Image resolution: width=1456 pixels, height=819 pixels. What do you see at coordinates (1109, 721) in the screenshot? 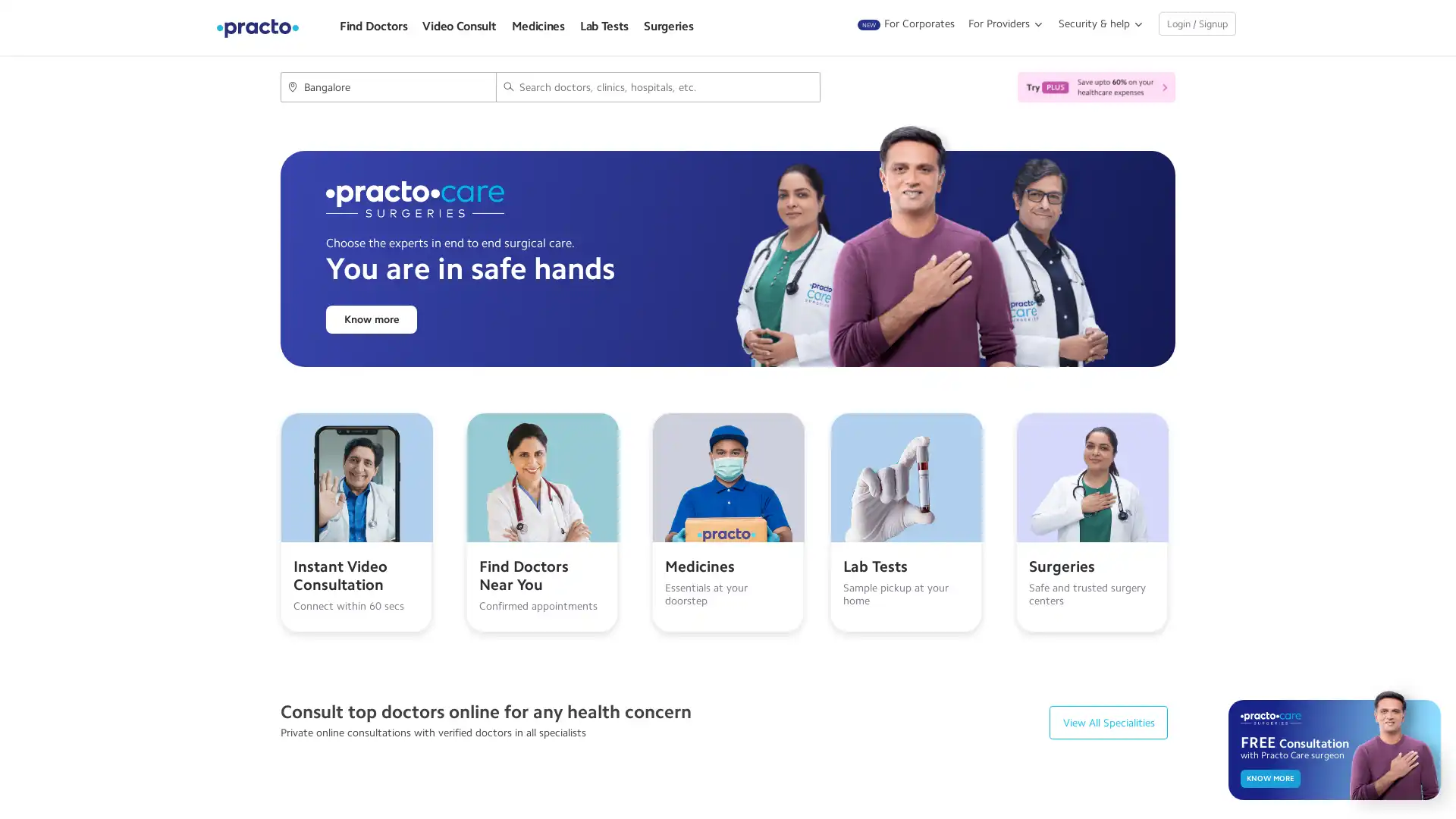
I see `View All Specialities` at bounding box center [1109, 721].